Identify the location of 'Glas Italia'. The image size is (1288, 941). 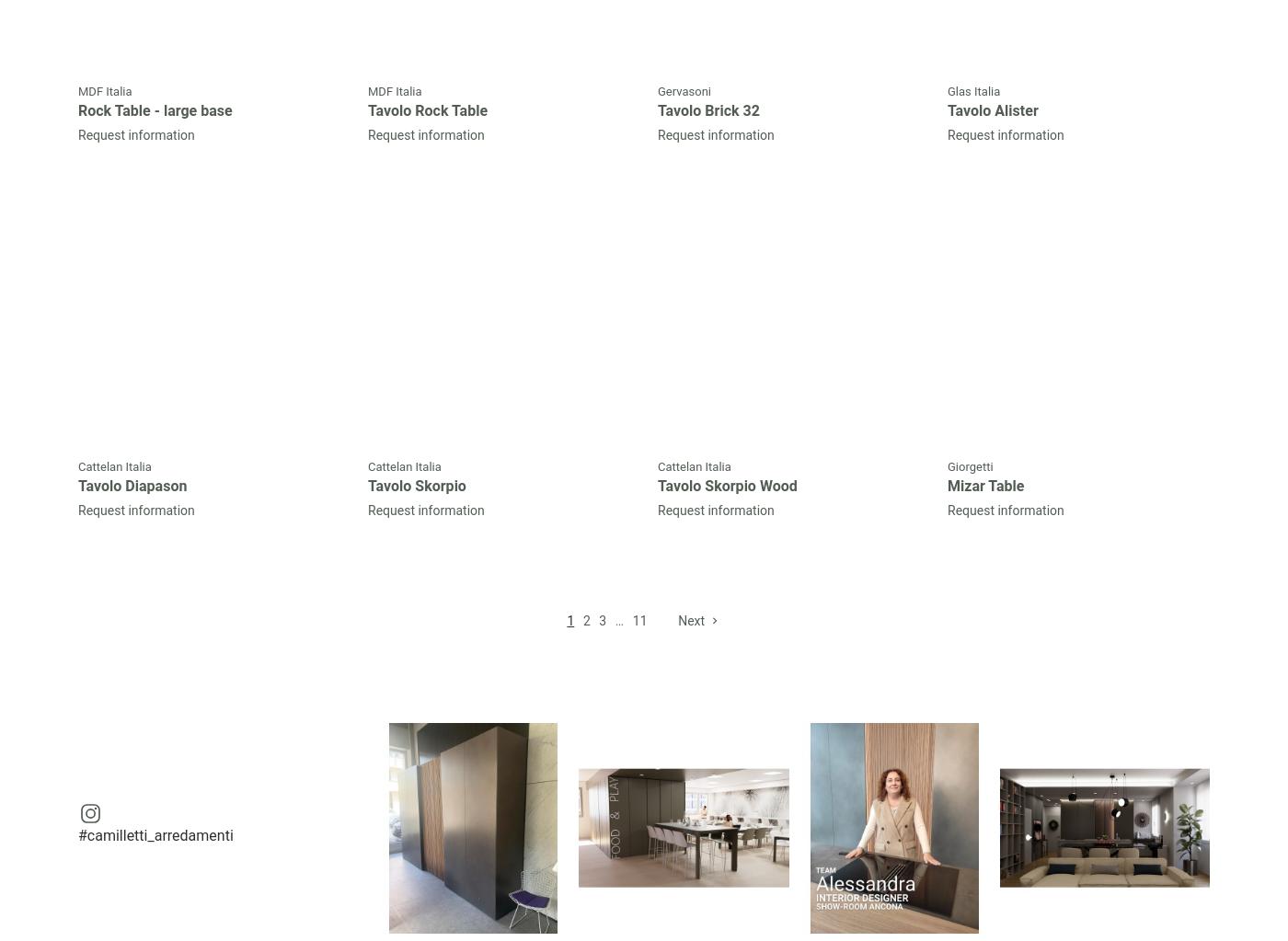
(973, 91).